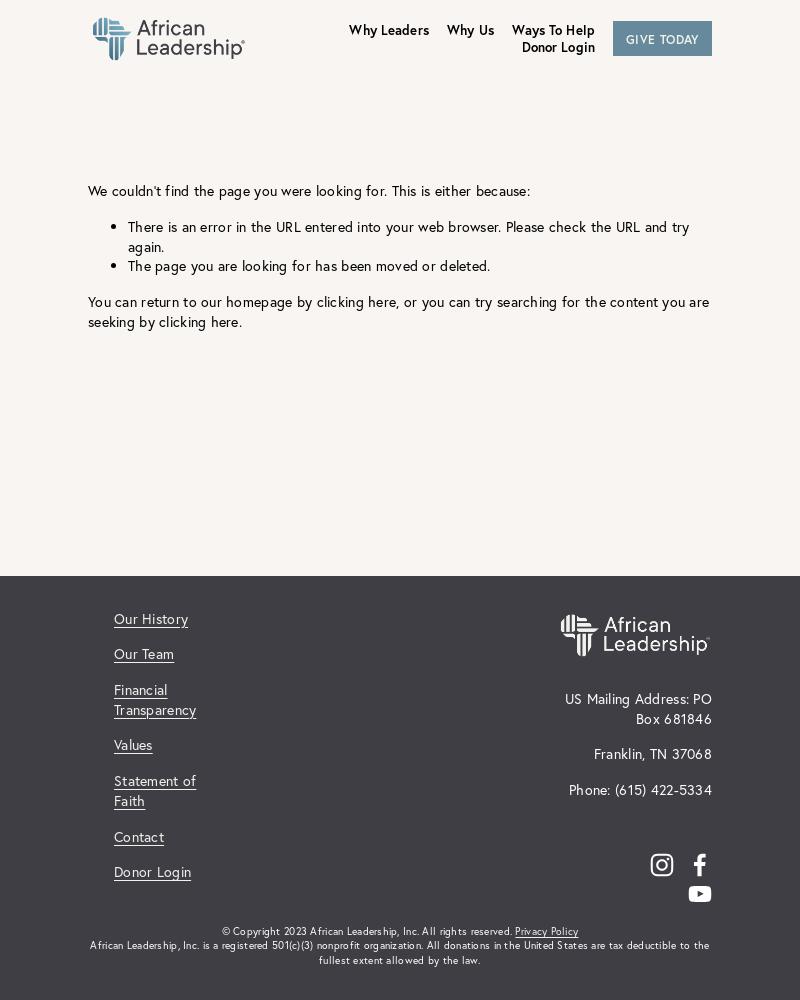  Describe the element at coordinates (144, 653) in the screenshot. I see `'Our Team'` at that location.